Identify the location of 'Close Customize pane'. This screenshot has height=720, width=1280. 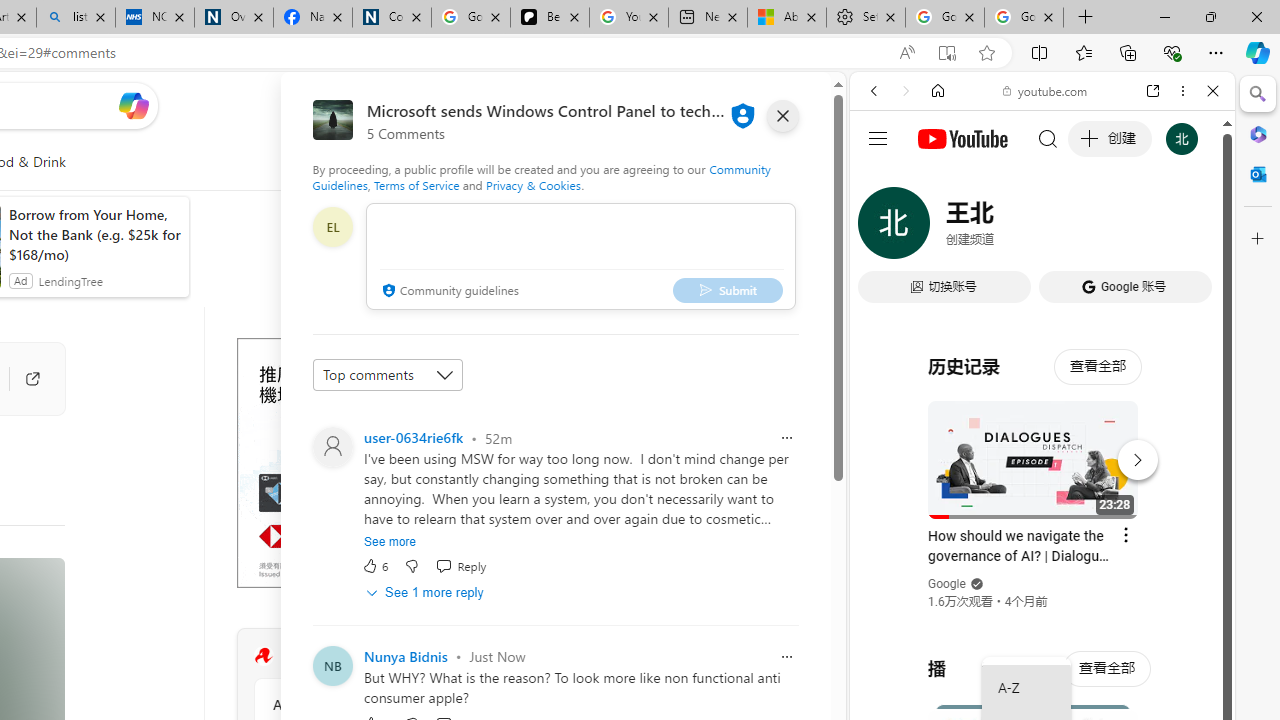
(1257, 238).